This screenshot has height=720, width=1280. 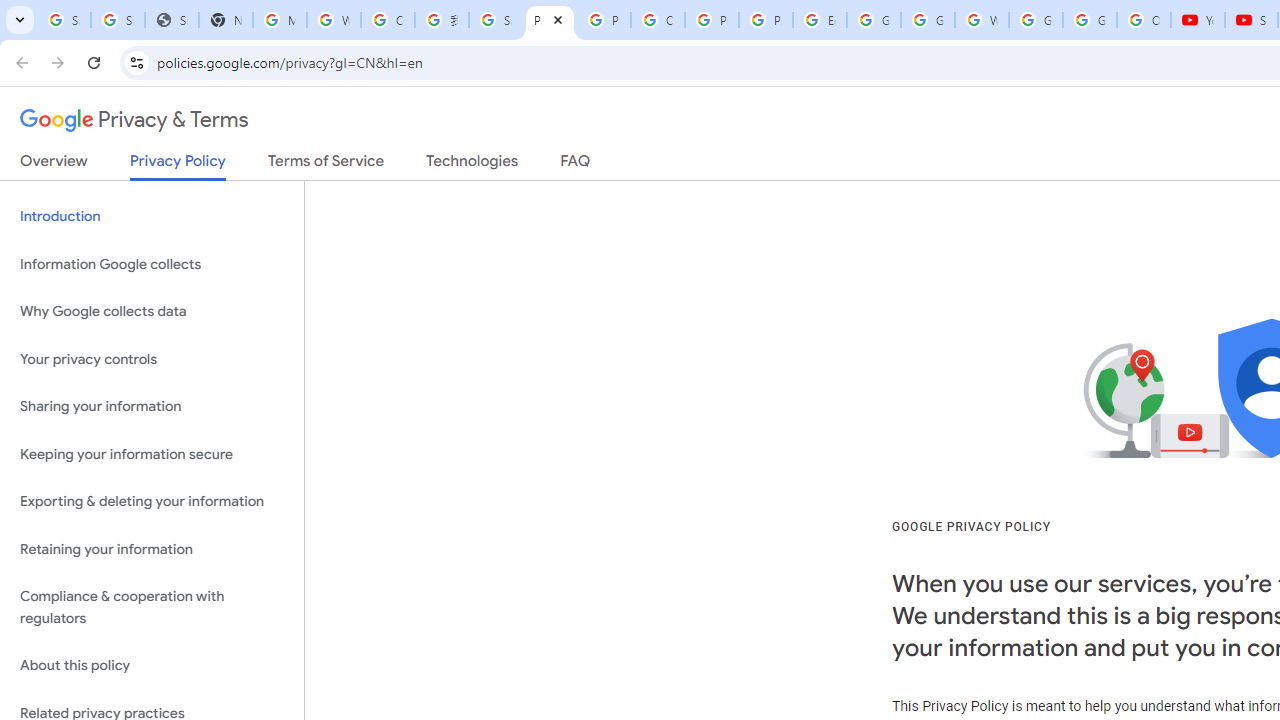 What do you see at coordinates (151, 549) in the screenshot?
I see `'Retaining your information'` at bounding box center [151, 549].